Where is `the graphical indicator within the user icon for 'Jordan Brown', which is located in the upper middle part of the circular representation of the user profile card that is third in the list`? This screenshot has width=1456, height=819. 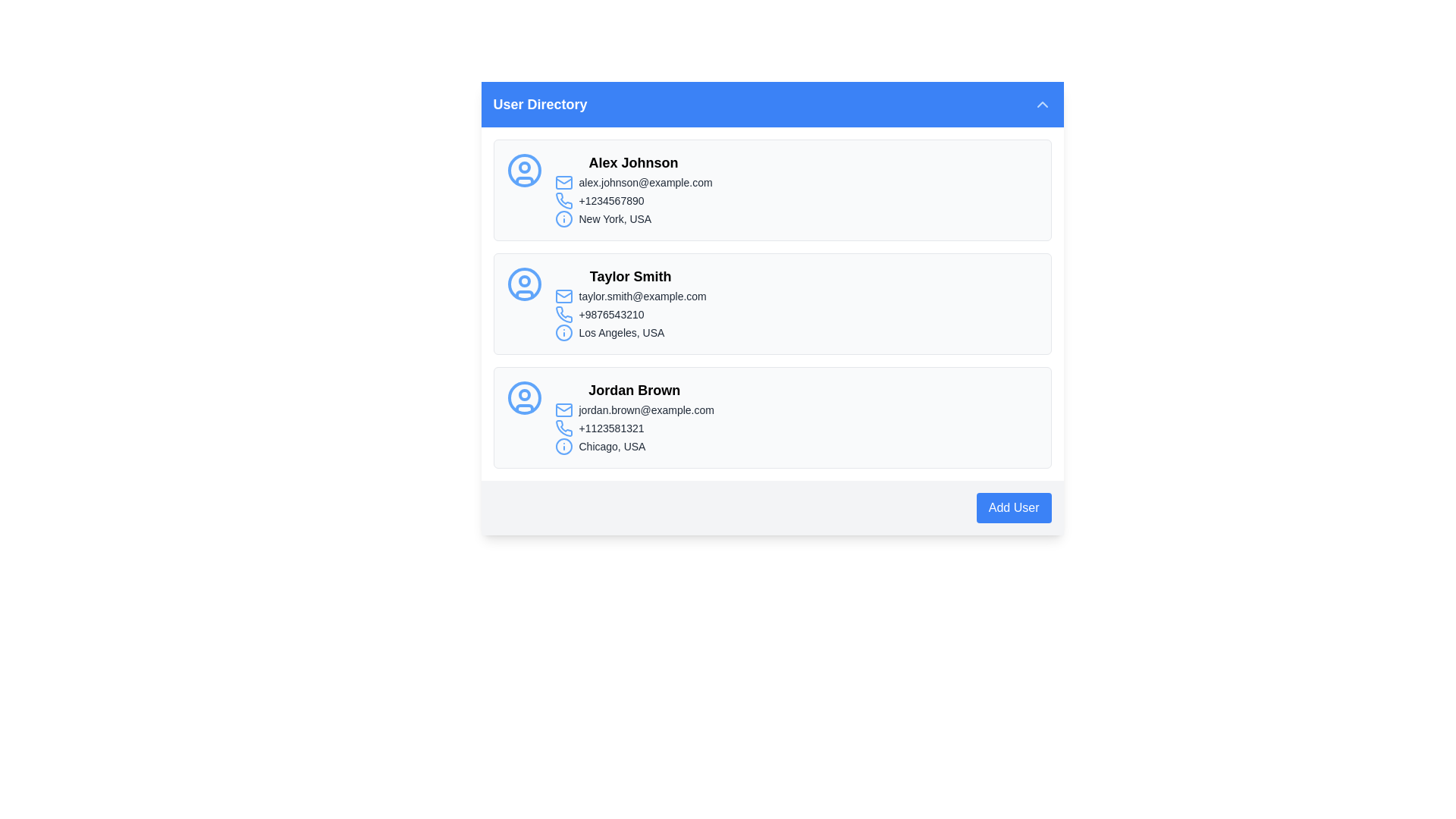 the graphical indicator within the user icon for 'Jordan Brown', which is located in the upper middle part of the circular representation of the user profile card that is third in the list is located at coordinates (524, 394).